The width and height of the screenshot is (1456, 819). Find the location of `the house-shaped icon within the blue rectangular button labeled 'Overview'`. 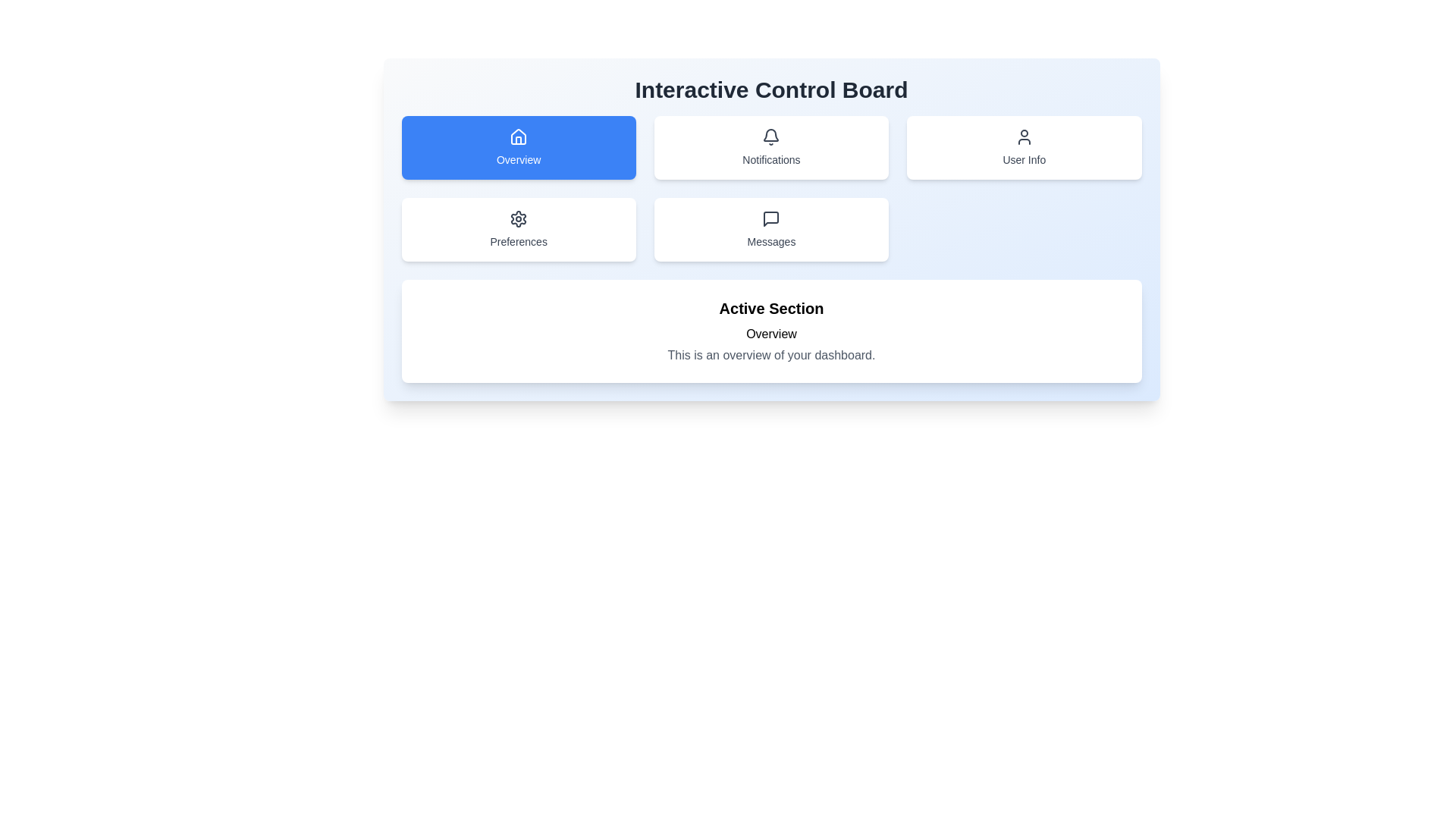

the house-shaped icon within the blue rectangular button labeled 'Overview' is located at coordinates (519, 137).